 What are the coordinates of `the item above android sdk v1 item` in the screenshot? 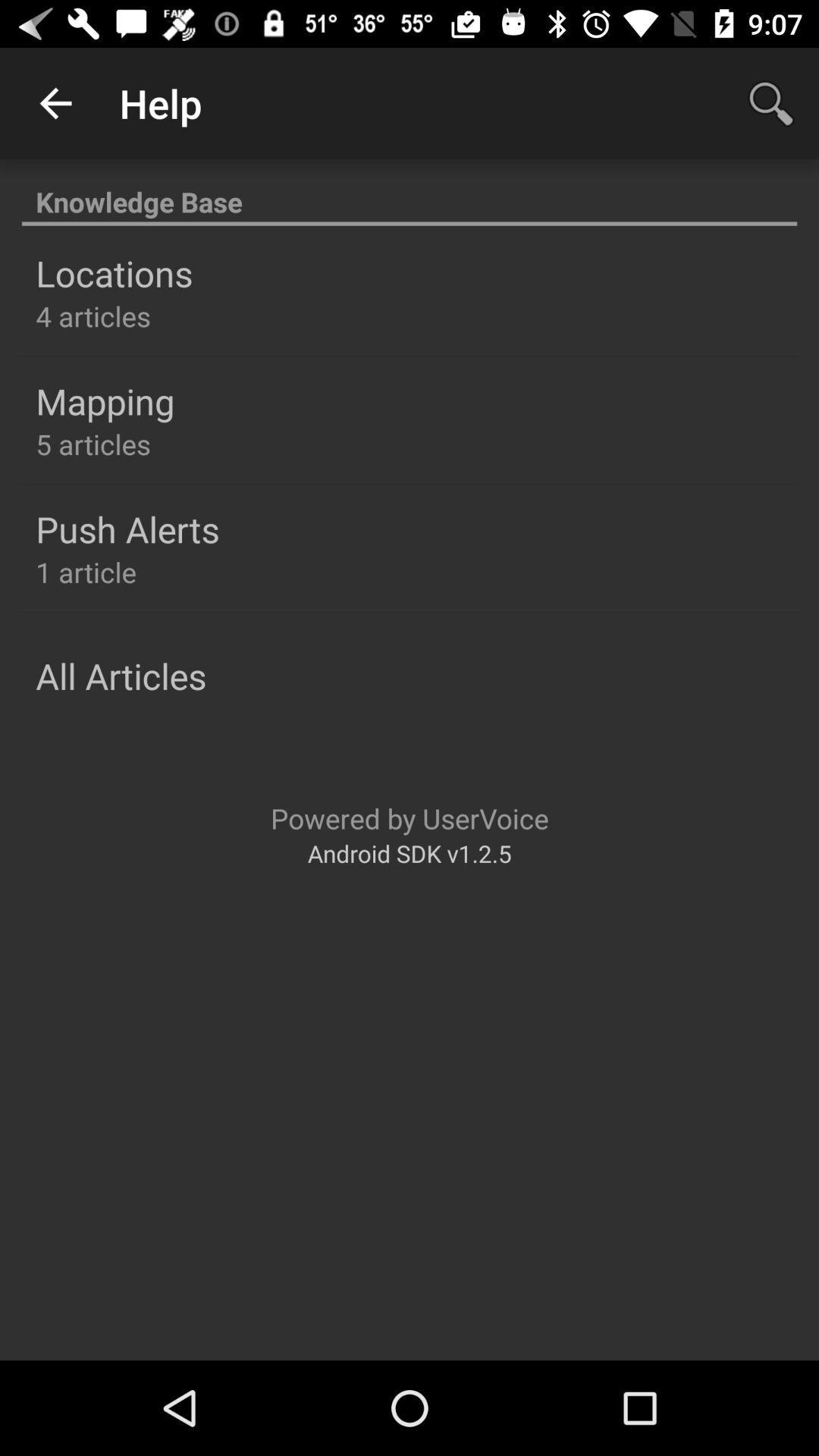 It's located at (409, 817).